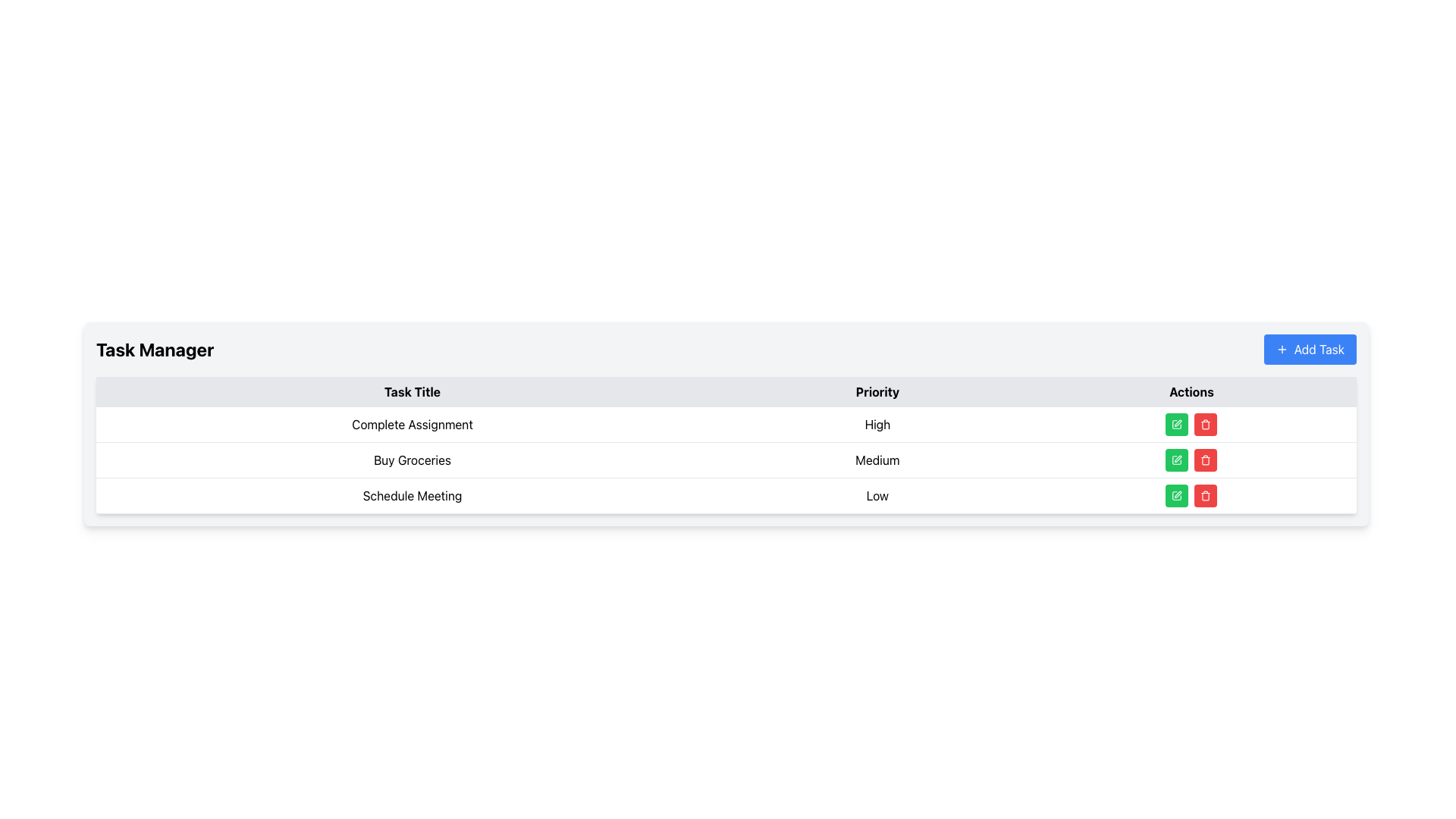 The width and height of the screenshot is (1456, 819). Describe the element at coordinates (1176, 459) in the screenshot. I see `the green rectangular button with a pencil icon in the 'Actions' column of the table for the 'Buy Groceries' task` at that location.